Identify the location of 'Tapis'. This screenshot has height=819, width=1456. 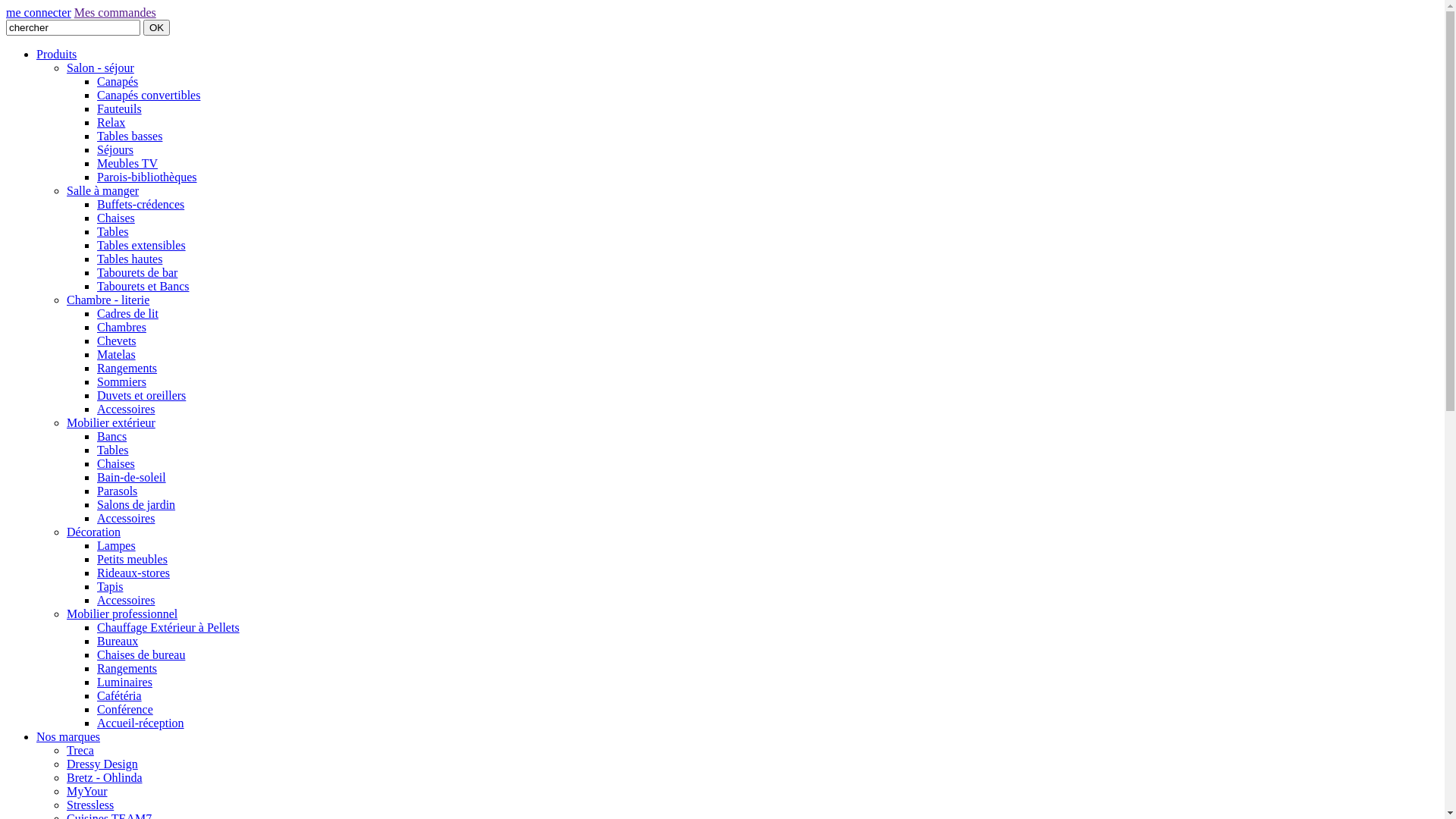
(108, 585).